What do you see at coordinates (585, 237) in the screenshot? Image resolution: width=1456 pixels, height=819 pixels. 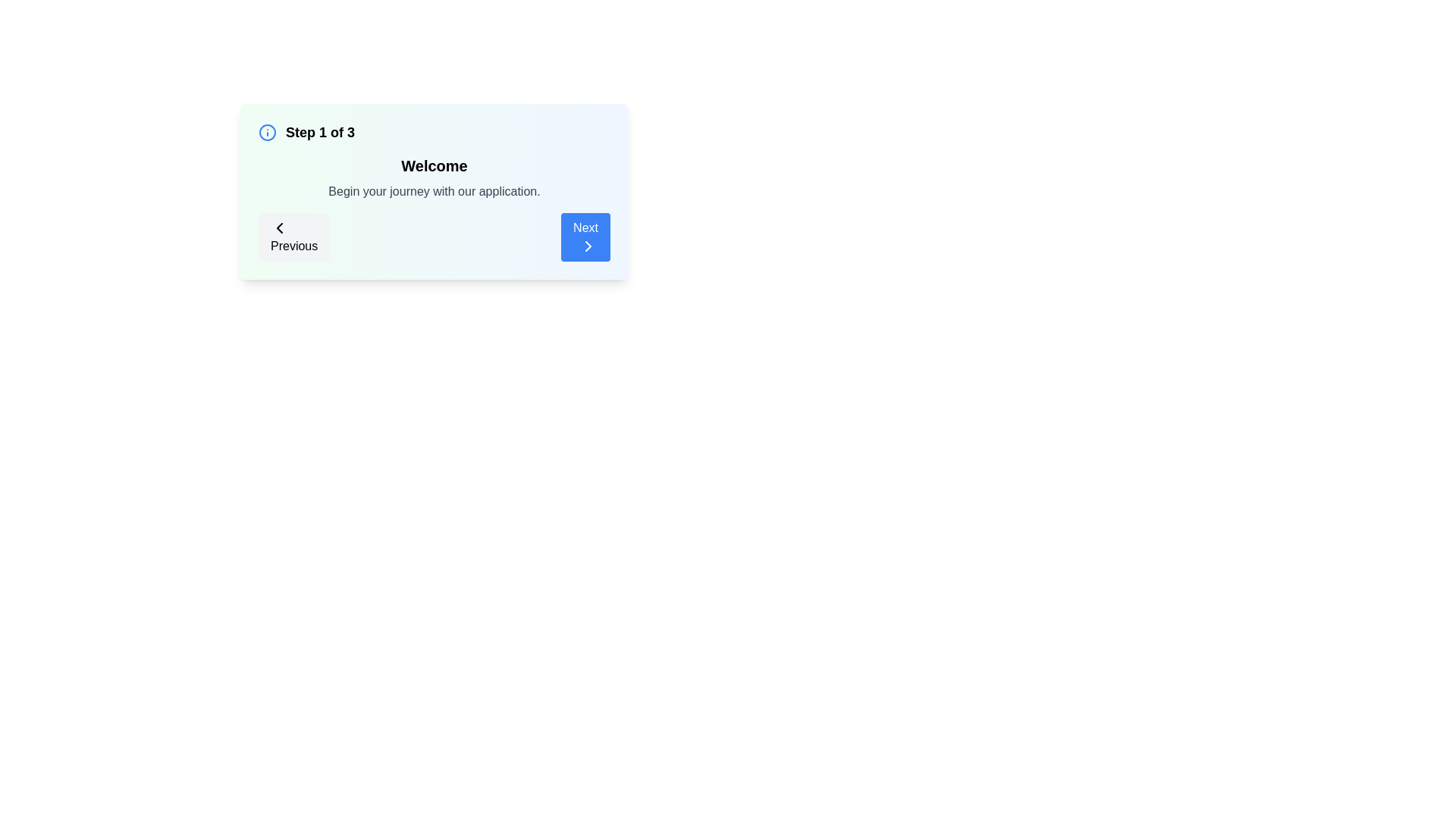 I see `the 'Next' button to navigate to the next step` at bounding box center [585, 237].